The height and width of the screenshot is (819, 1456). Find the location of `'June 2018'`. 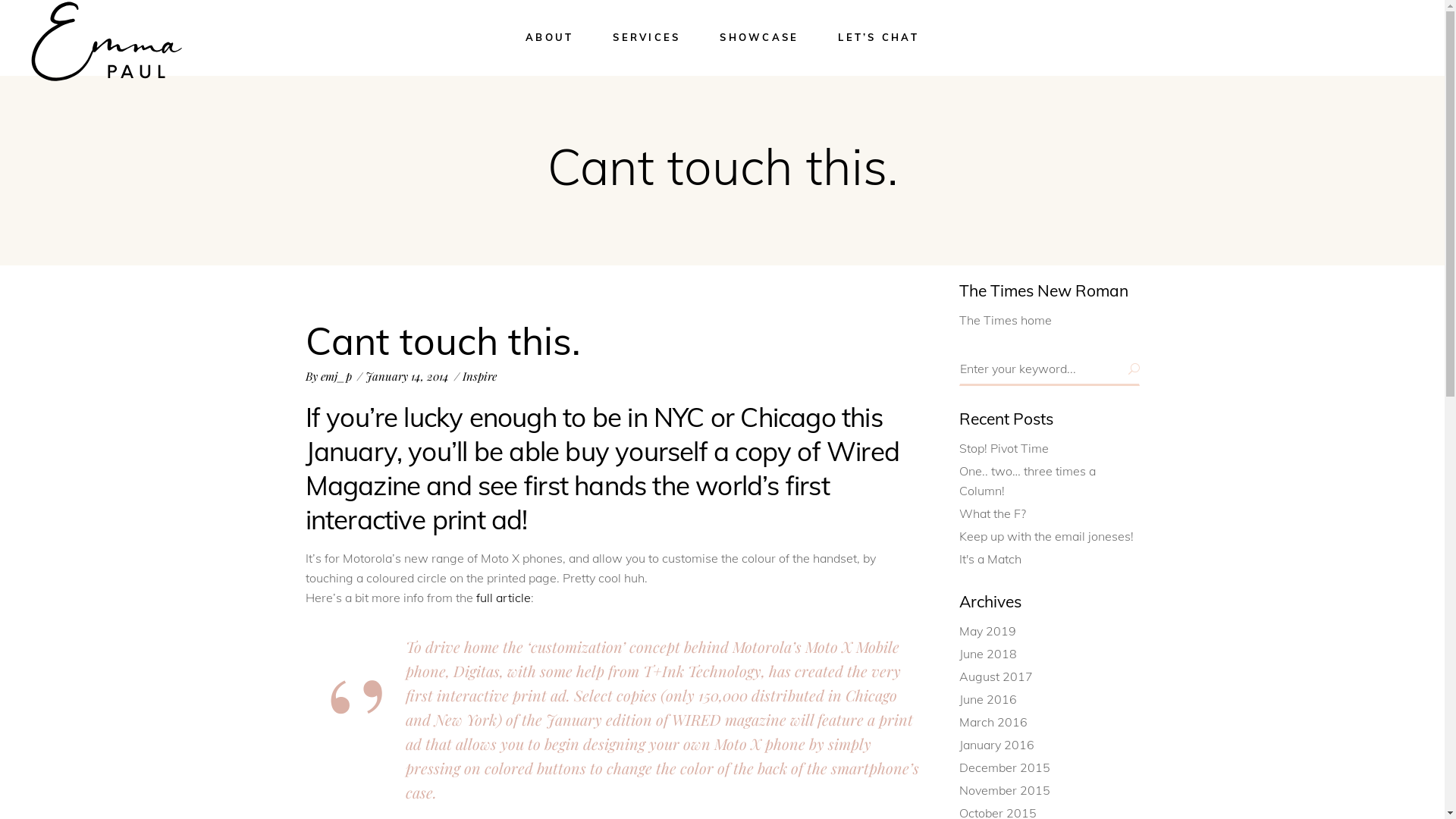

'June 2018' is located at coordinates (987, 652).